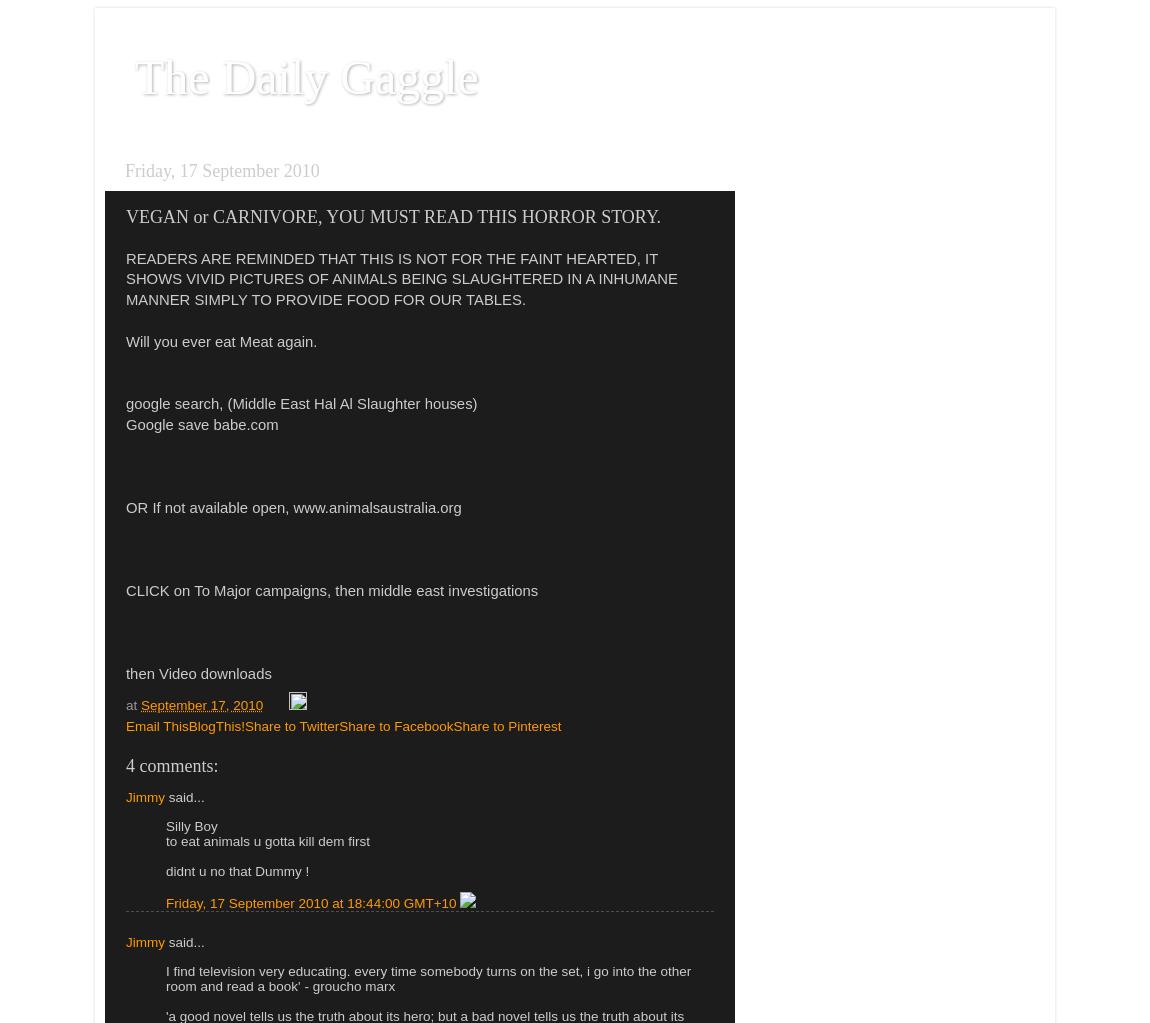 The width and height of the screenshot is (1150, 1023). I want to click on 'Share to Twitter', so click(291, 726).